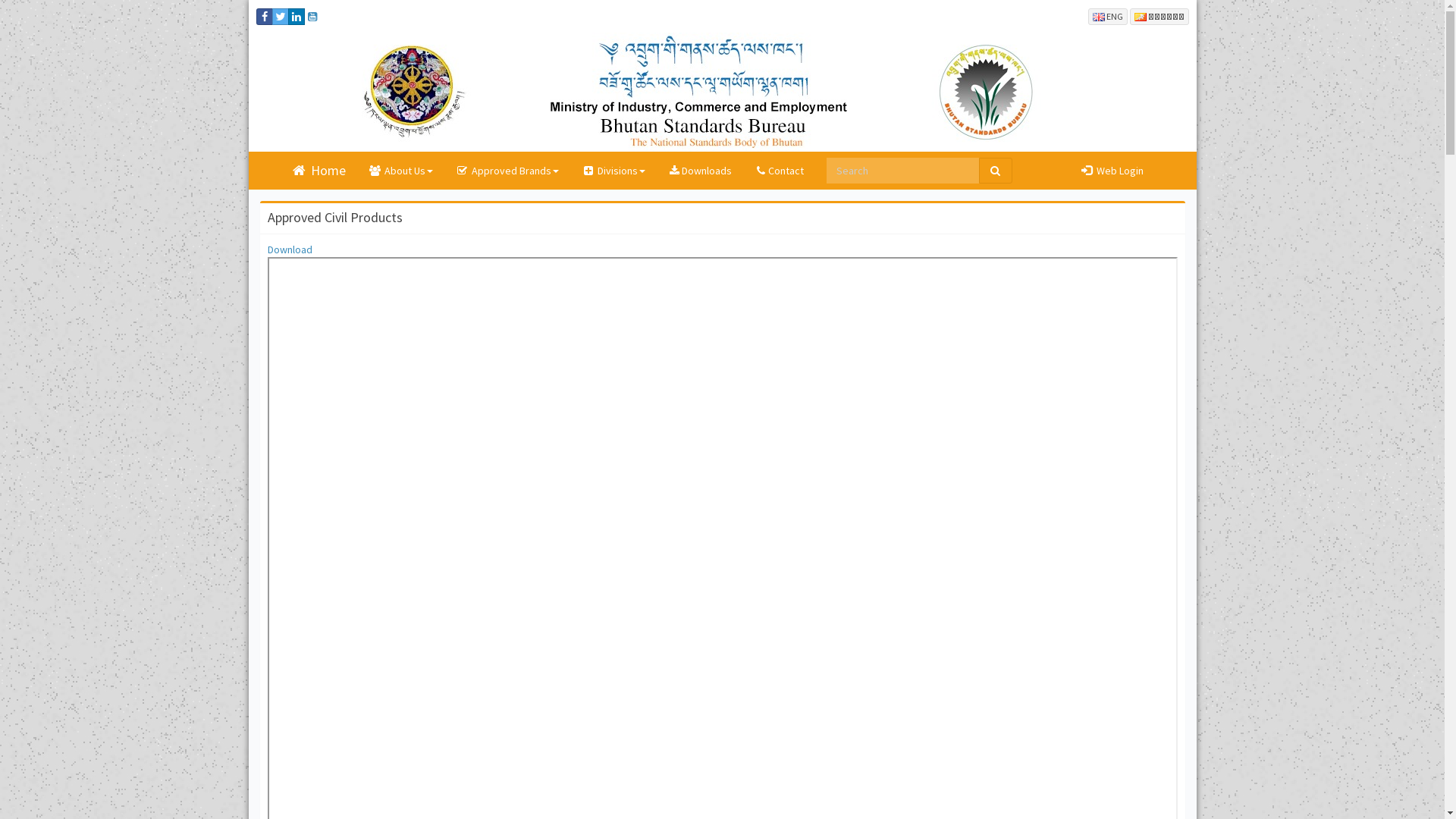 The height and width of the screenshot is (819, 1456). I want to click on 'About Us', so click(400, 170).